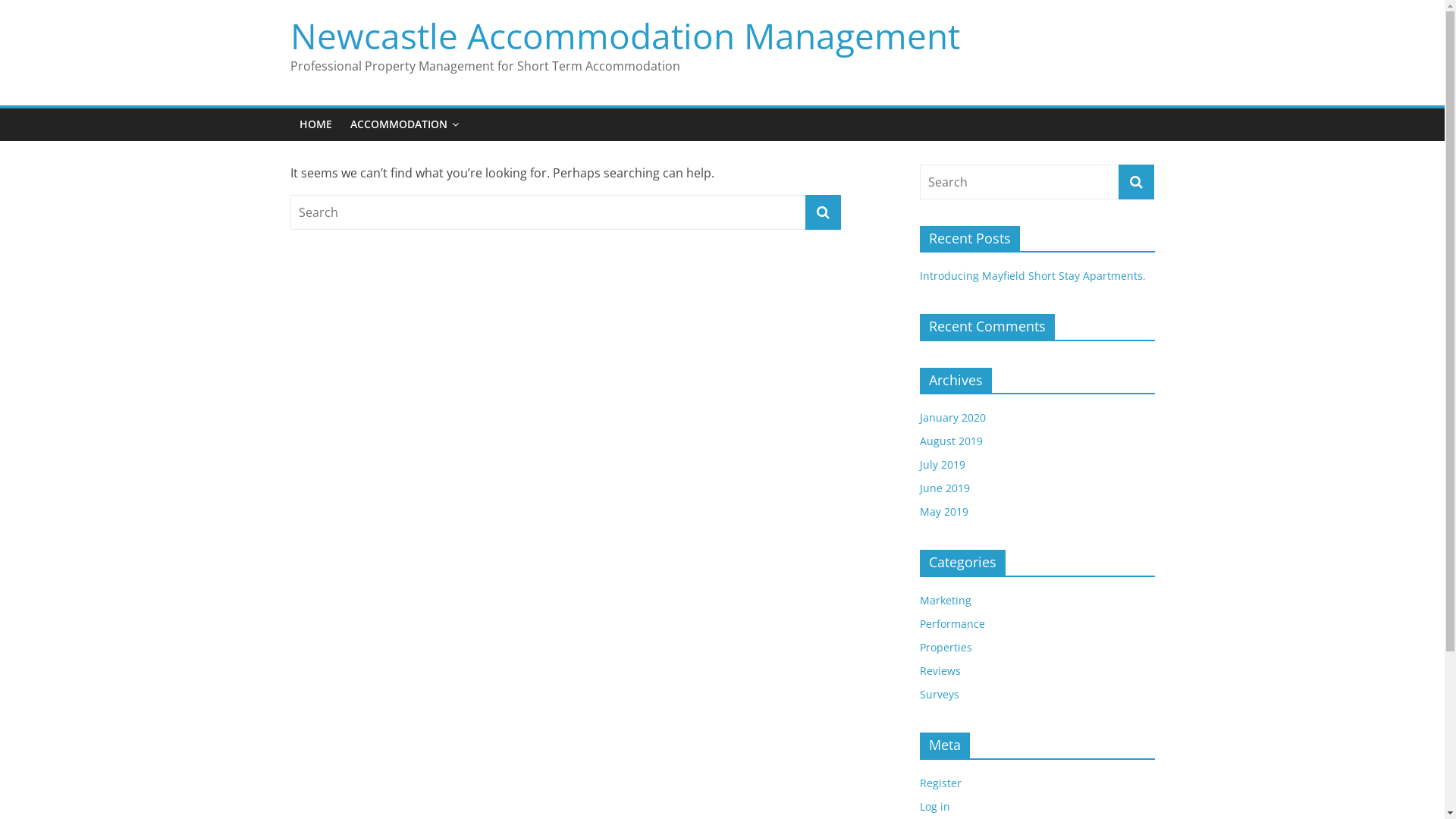 Image resolution: width=1456 pixels, height=819 pixels. Describe the element at coordinates (918, 805) in the screenshot. I see `'Log in'` at that location.